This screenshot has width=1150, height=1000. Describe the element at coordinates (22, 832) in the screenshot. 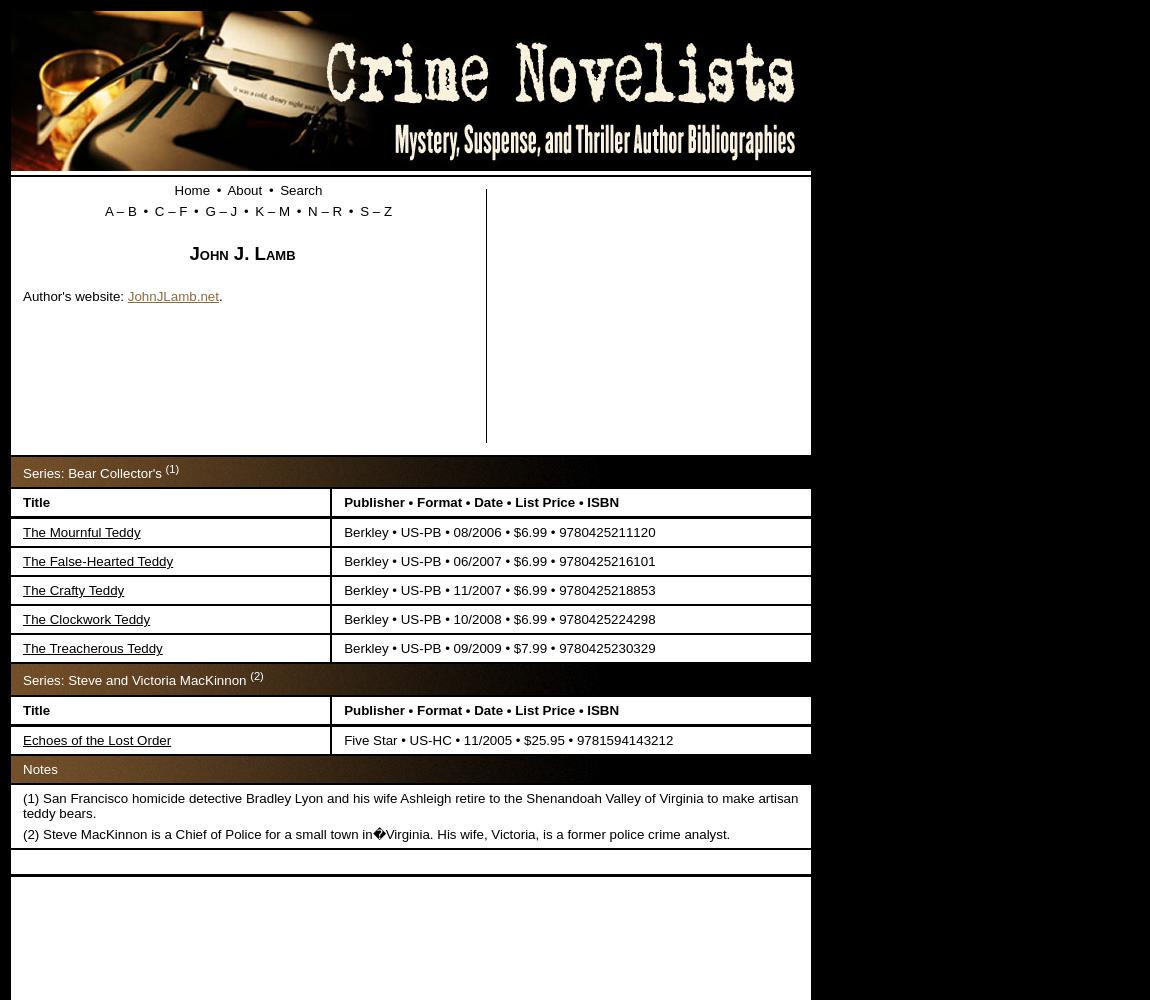

I see `'(2) Steve MacKinnon is a Chief of Police for a small town in�Virginia. His wife, Victoria, is a former police crime analyst.'` at that location.